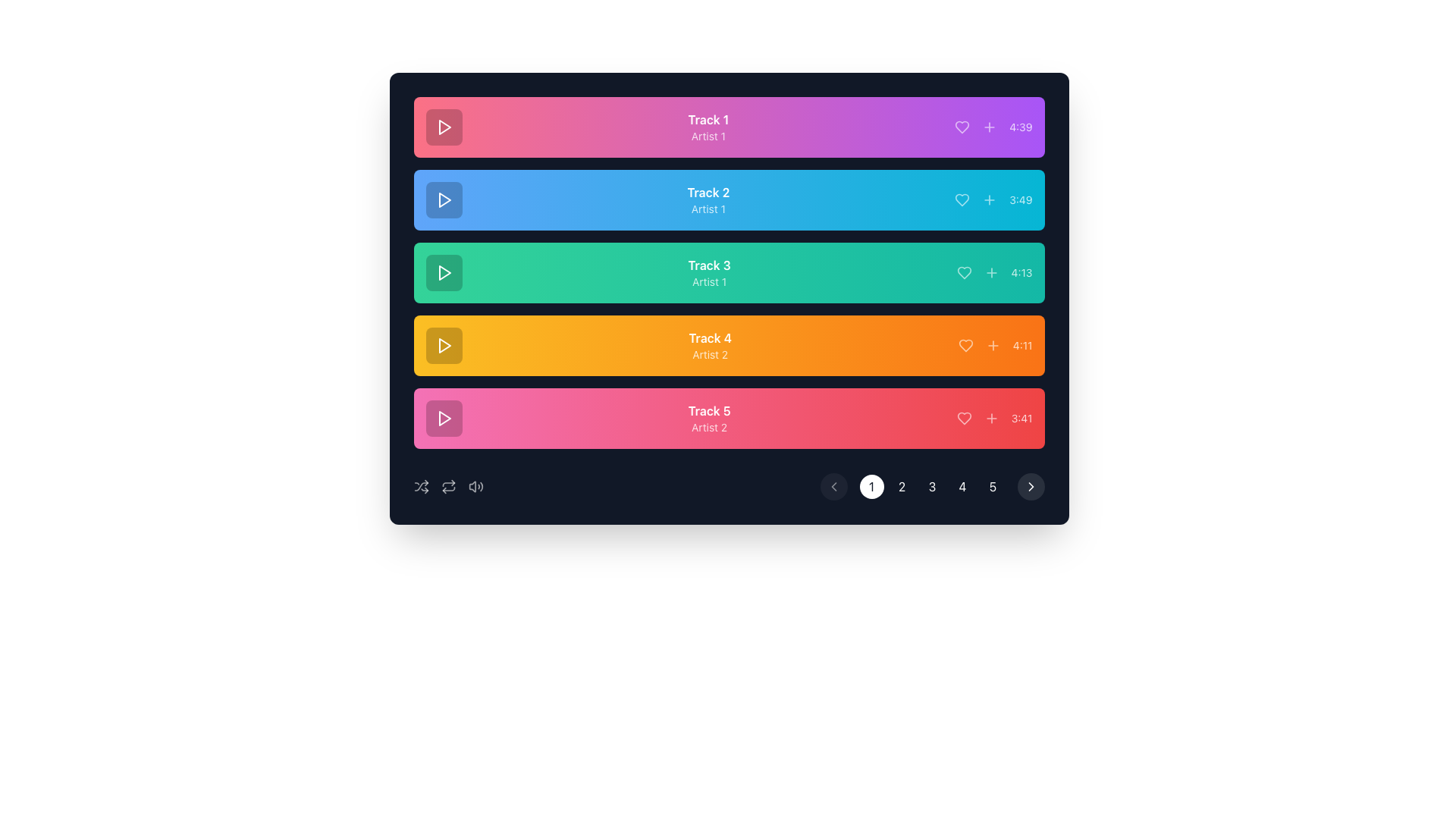 The height and width of the screenshot is (819, 1456). I want to click on the label element displaying 'Track 2' with 'Artist 1' below it, which is centered in a gradient blue background and located in the second row of music tracks, so click(708, 199).